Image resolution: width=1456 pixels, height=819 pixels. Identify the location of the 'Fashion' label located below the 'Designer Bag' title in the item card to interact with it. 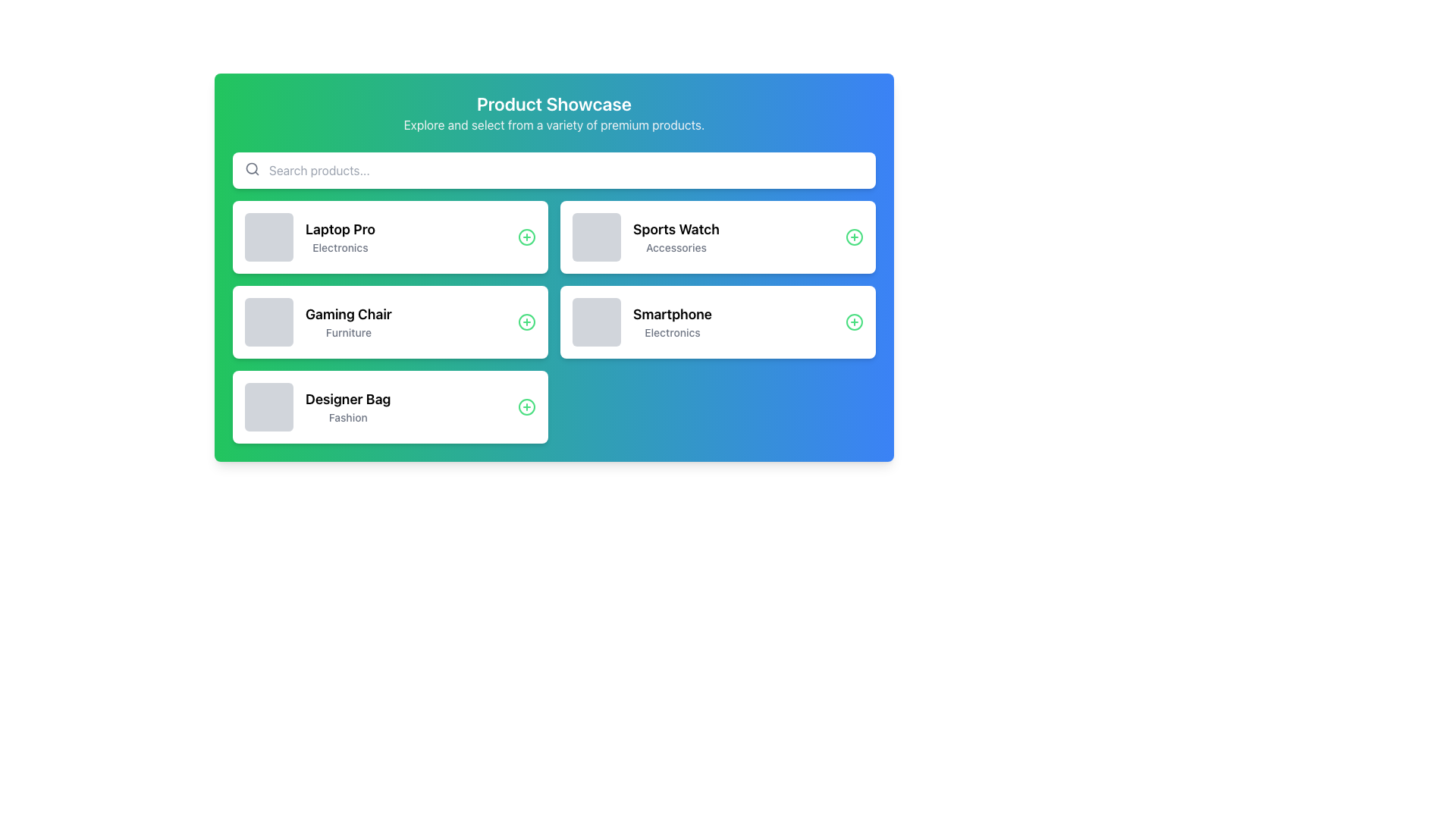
(347, 418).